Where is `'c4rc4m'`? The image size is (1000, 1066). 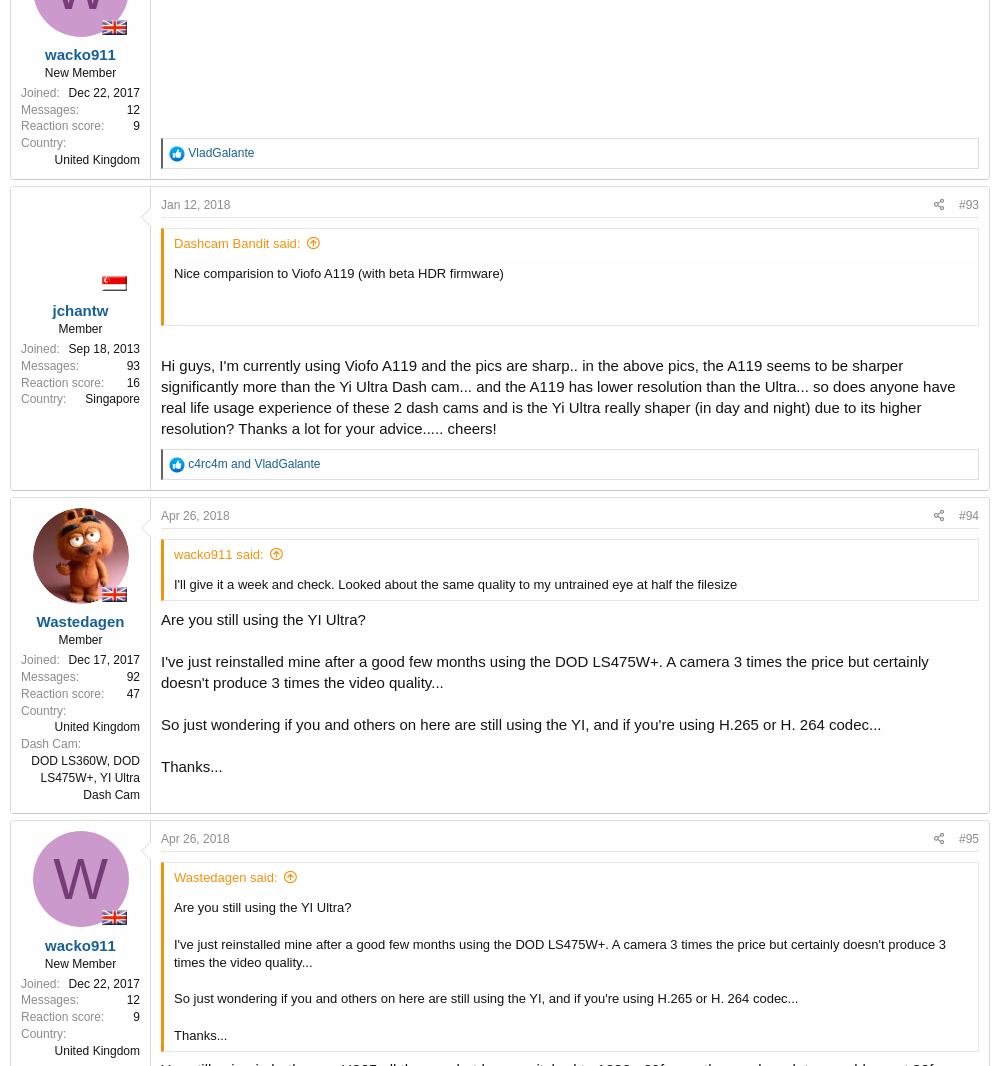 'c4rc4m' is located at coordinates (206, 462).